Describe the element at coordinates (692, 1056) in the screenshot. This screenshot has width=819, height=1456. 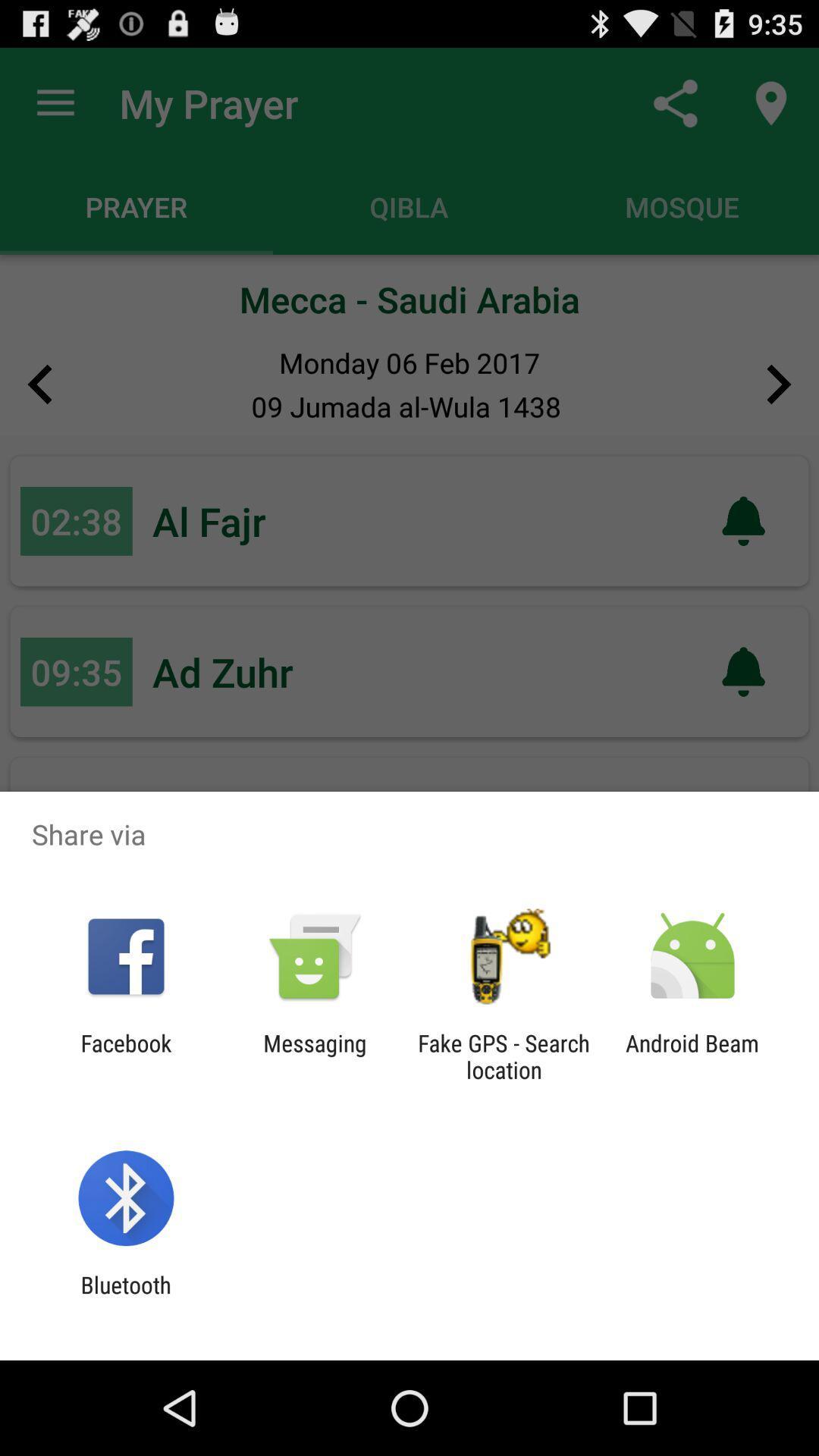
I see `the android beam at the bottom right corner` at that location.